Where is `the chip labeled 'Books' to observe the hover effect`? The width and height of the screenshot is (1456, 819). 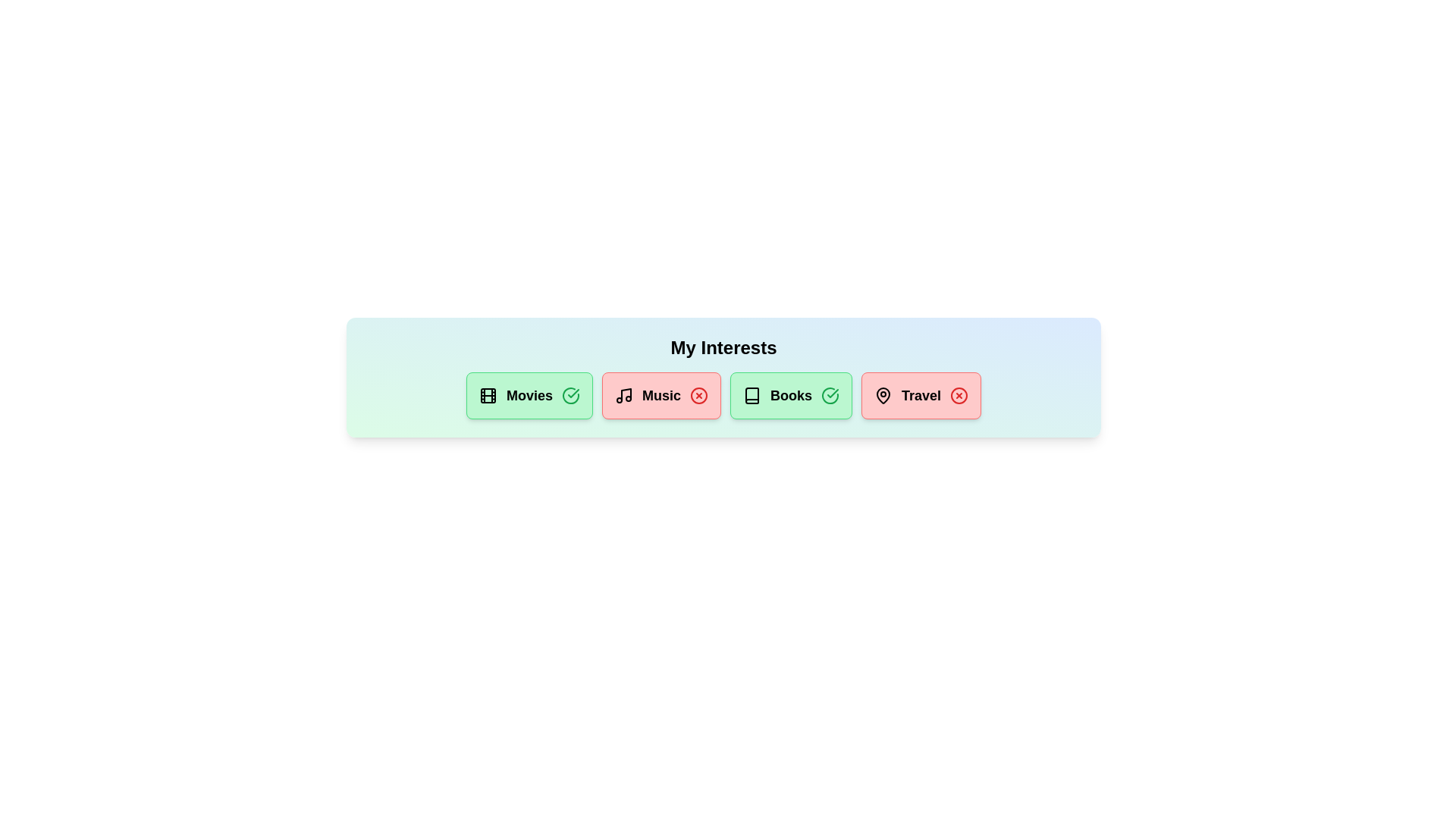 the chip labeled 'Books' to observe the hover effect is located at coordinates (790, 394).